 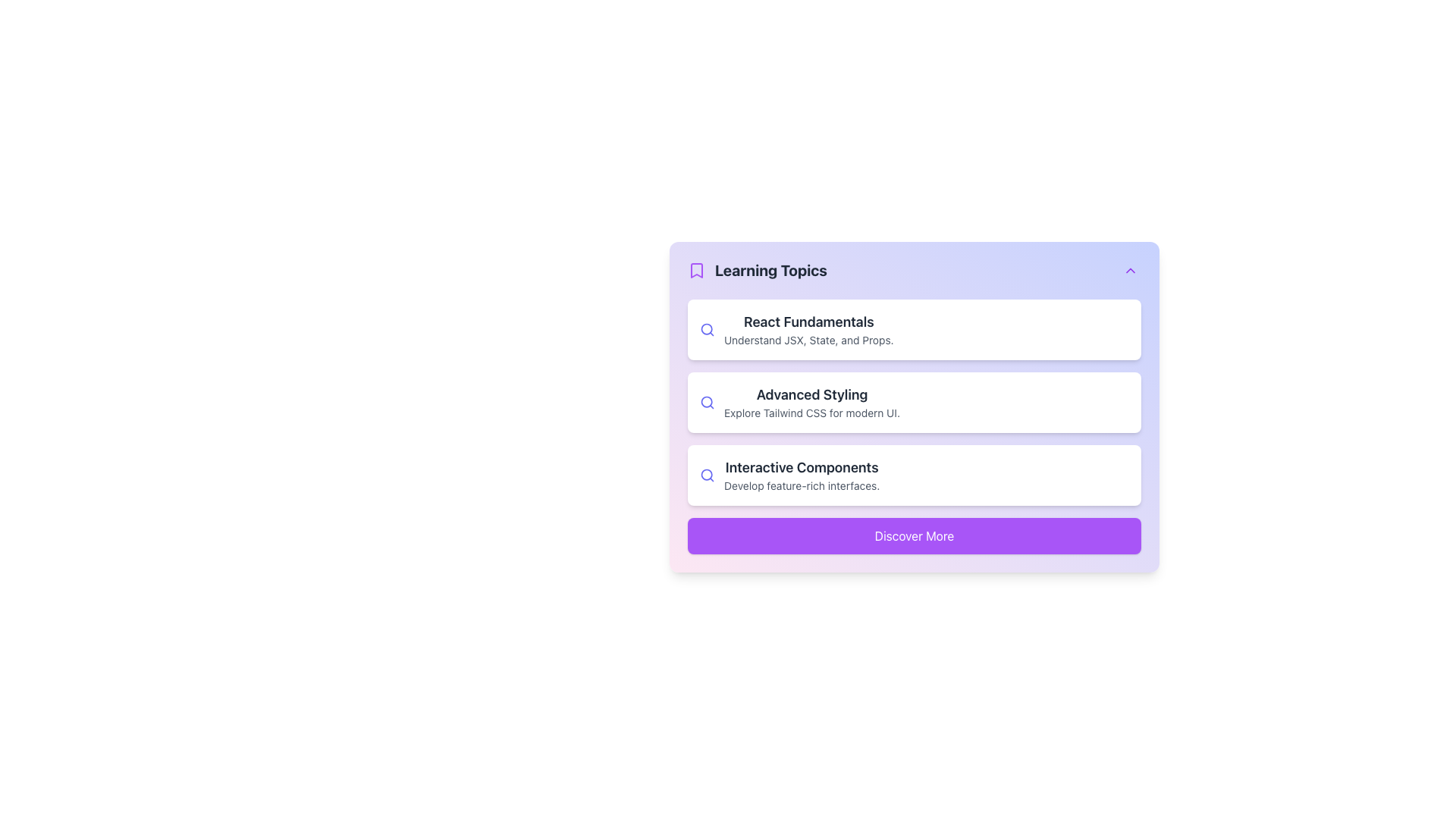 What do you see at coordinates (695, 270) in the screenshot?
I see `the purple bookmark icon located to the left of the 'Learning Topics' text, which has a rounded rectangular shape and a triangular notch at the bottom` at bounding box center [695, 270].